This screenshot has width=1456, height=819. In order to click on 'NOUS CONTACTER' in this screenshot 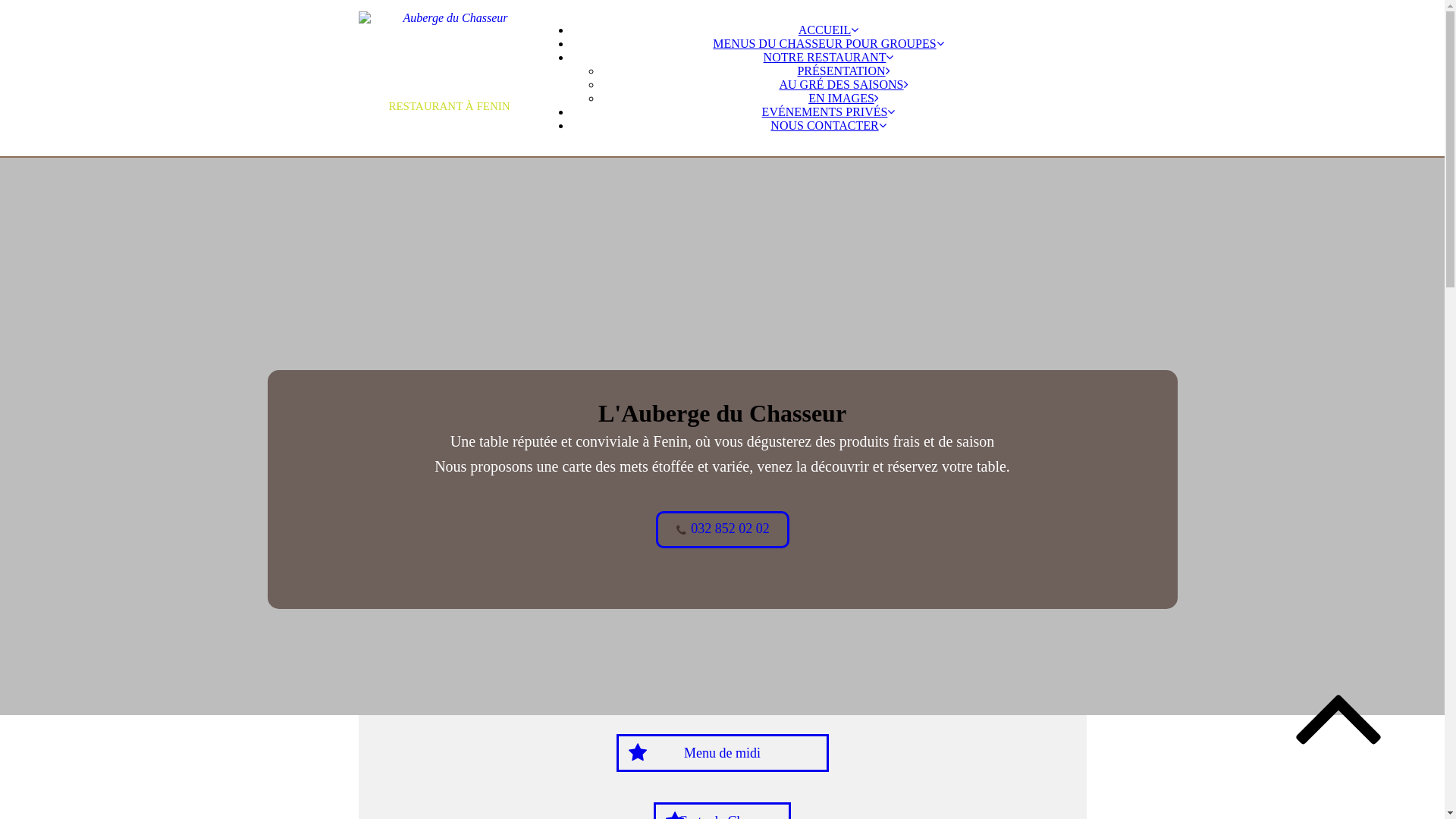, I will do `click(770, 124)`.